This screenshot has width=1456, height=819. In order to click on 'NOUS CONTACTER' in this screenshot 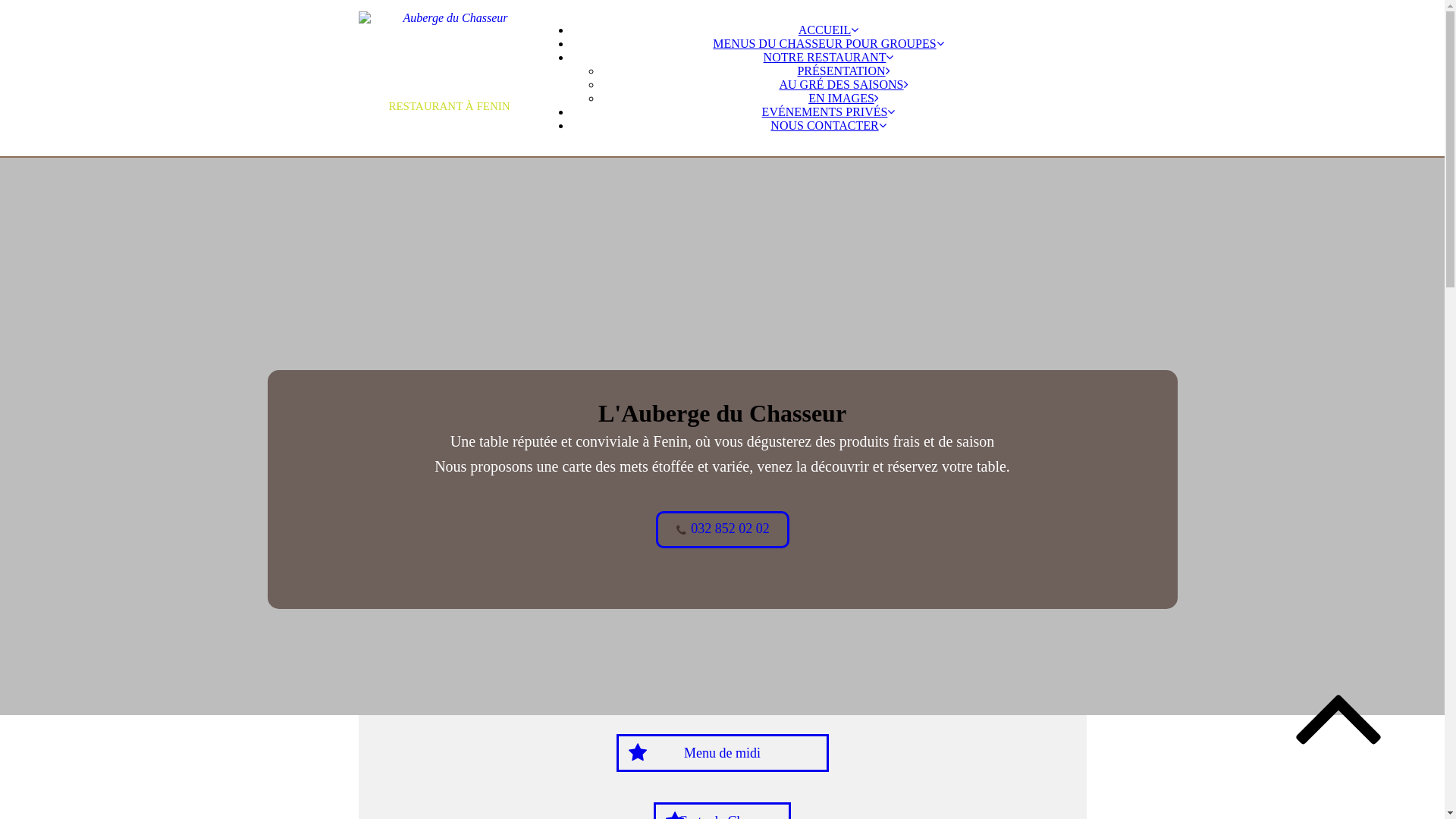, I will do `click(770, 124)`.